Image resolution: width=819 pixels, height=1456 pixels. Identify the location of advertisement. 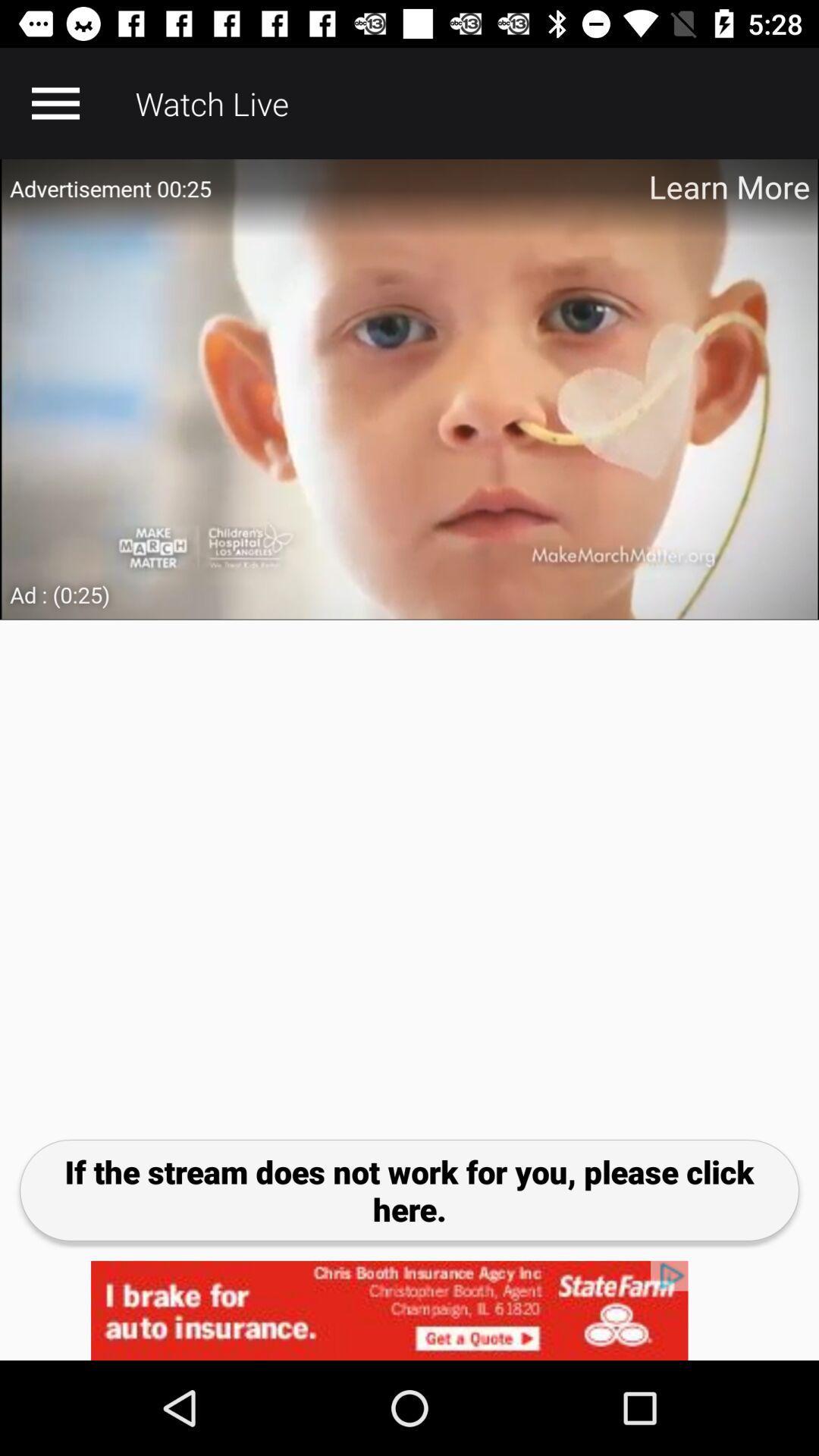
(409, 1310).